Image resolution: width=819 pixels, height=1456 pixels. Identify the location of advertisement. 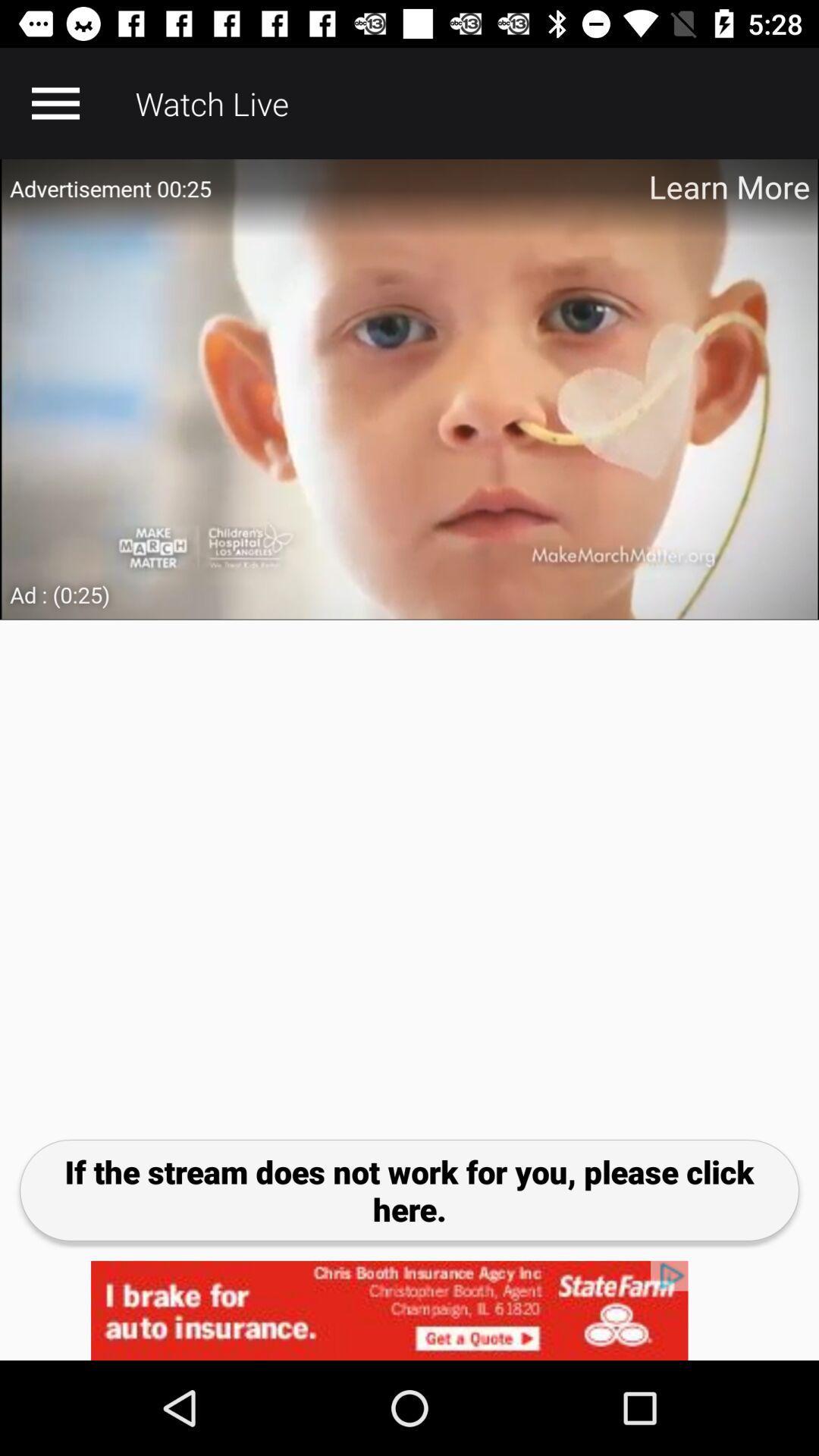
(409, 1310).